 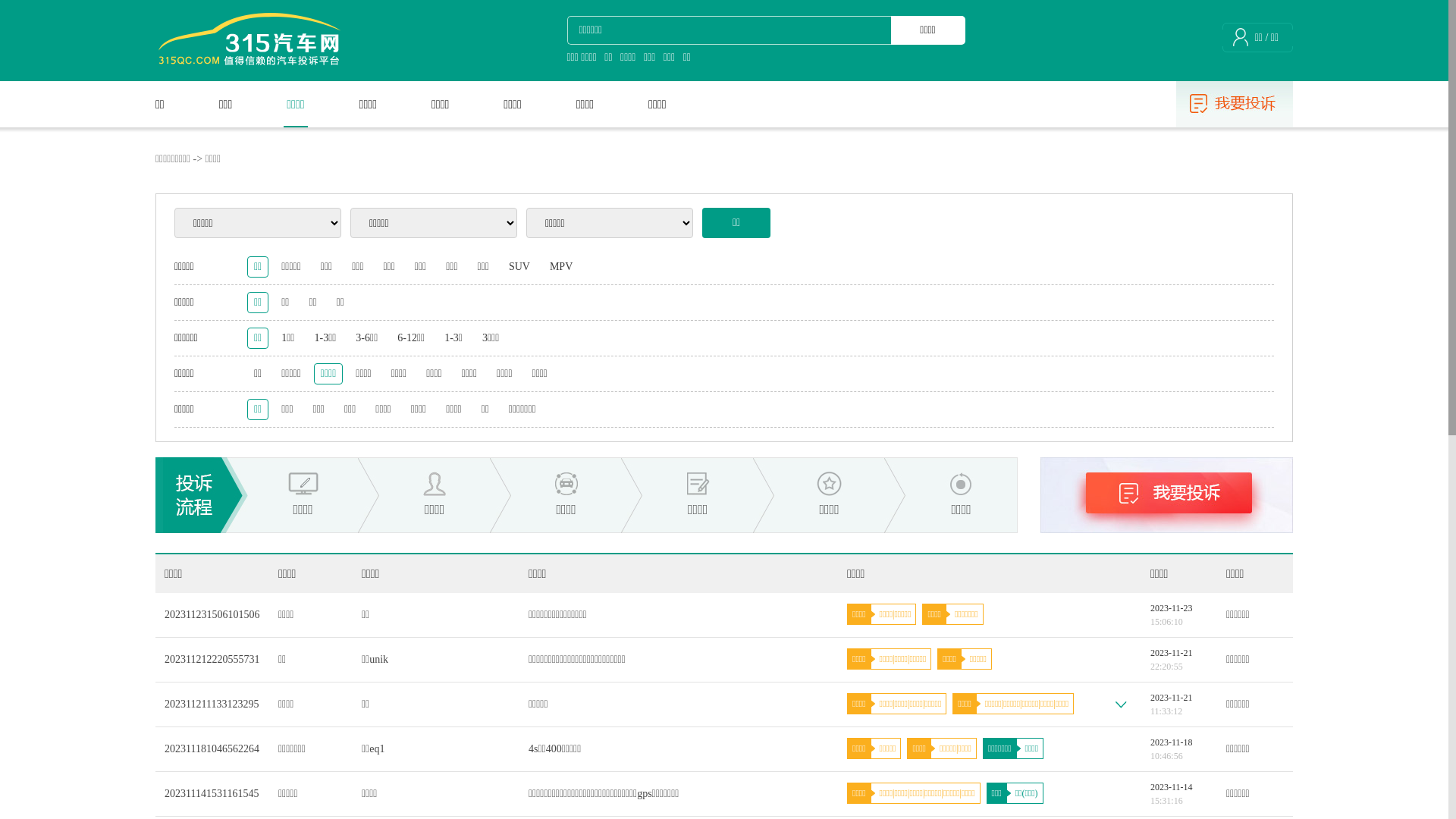 I want to click on 'MPV', so click(x=560, y=265).